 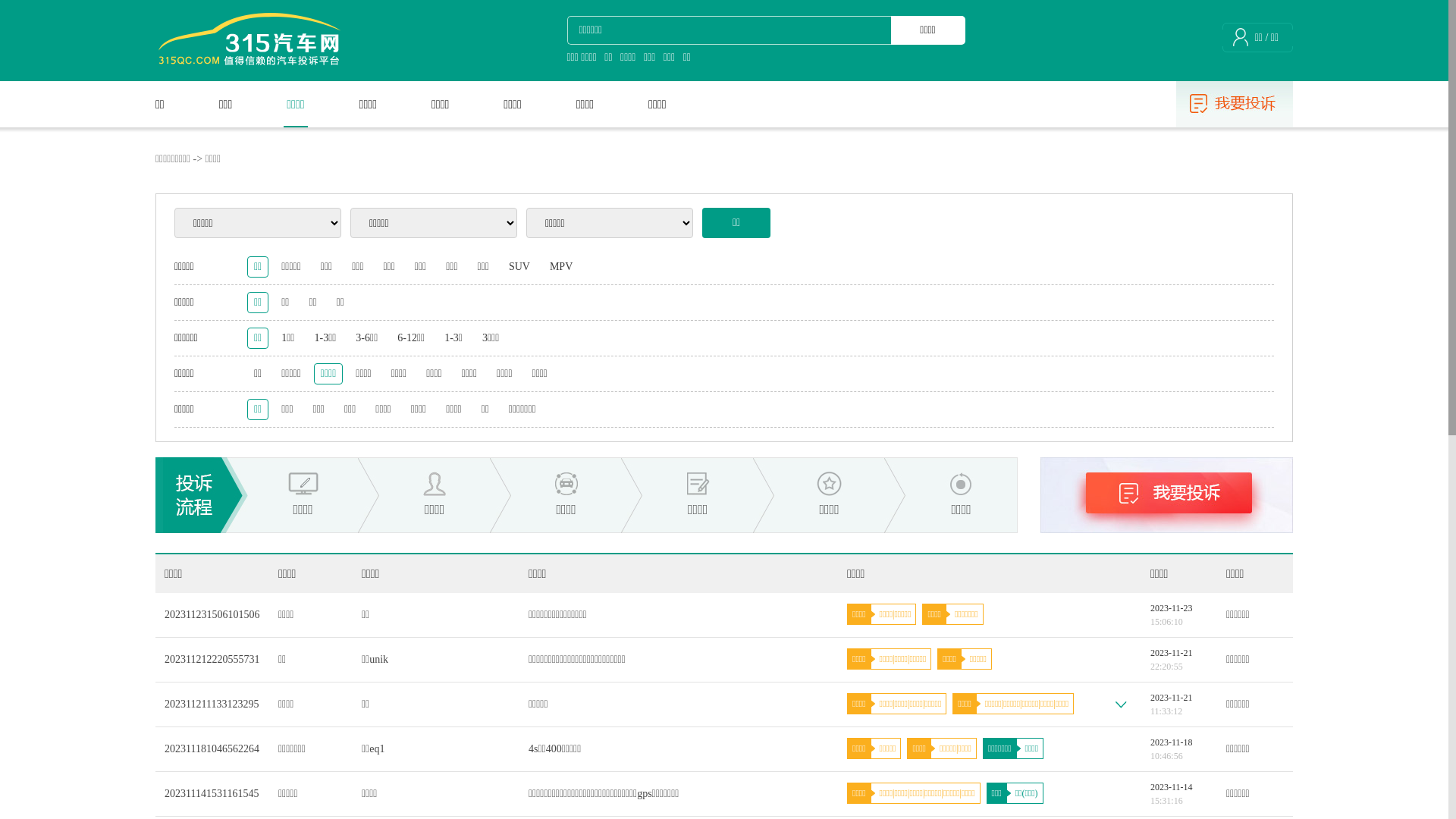 I want to click on 'MPV', so click(x=560, y=265).